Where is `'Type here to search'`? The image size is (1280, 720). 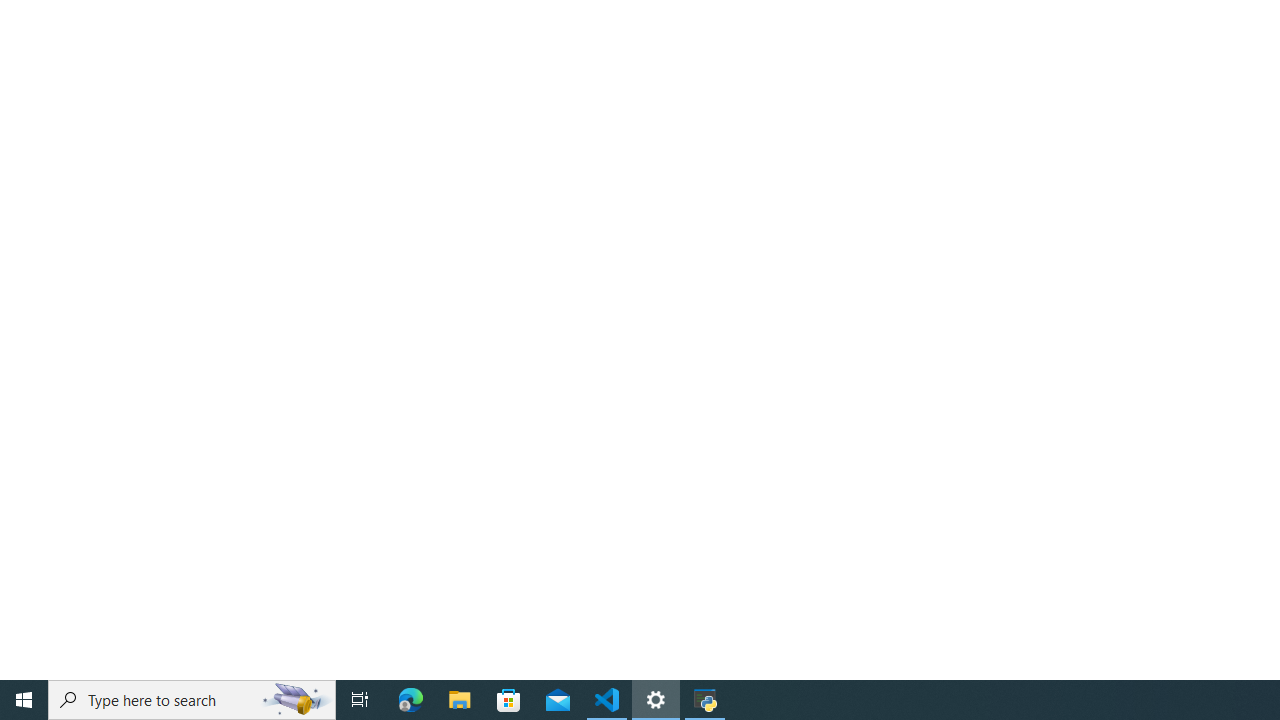
'Type here to search' is located at coordinates (192, 698).